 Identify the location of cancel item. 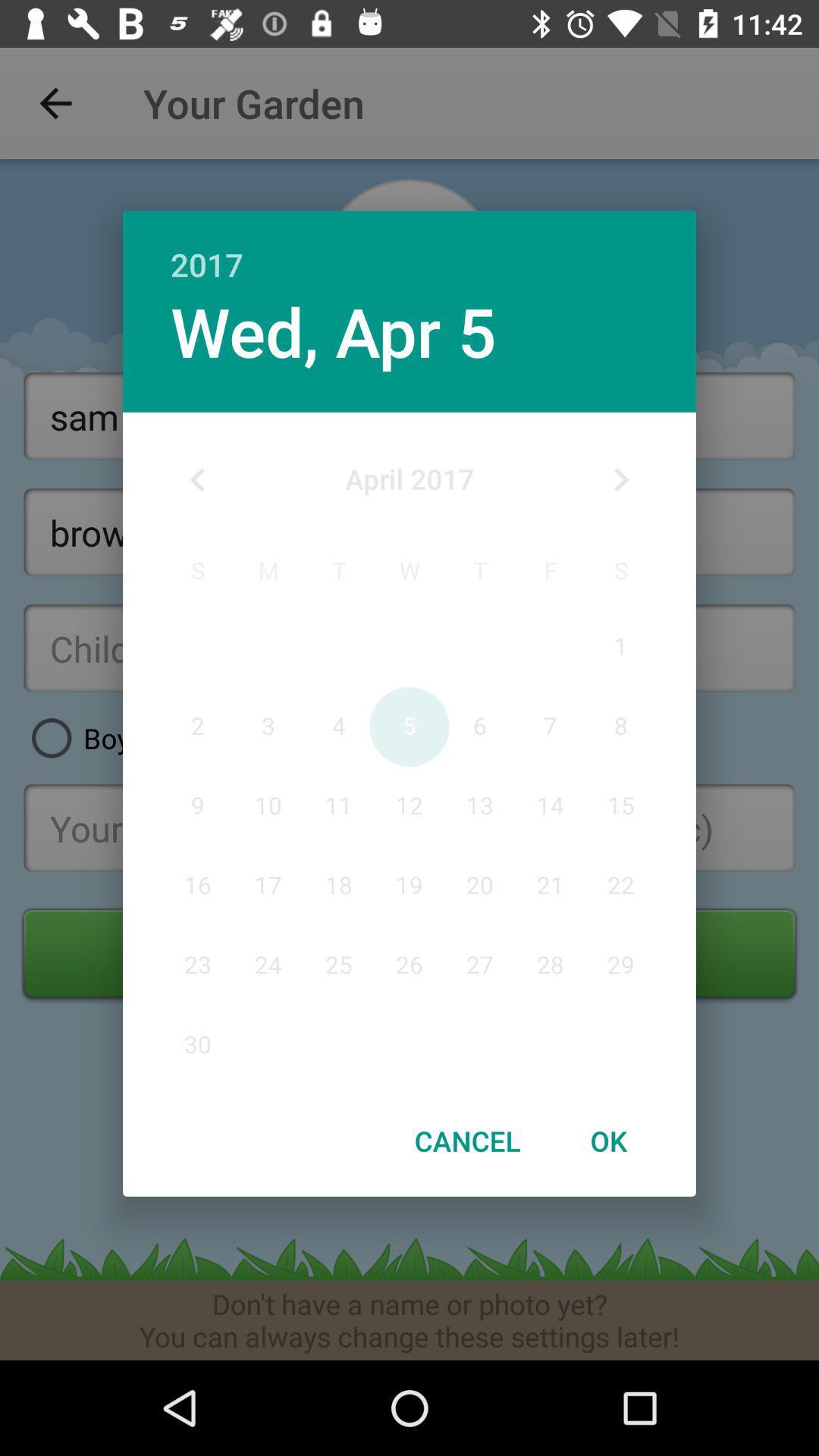
(466, 1141).